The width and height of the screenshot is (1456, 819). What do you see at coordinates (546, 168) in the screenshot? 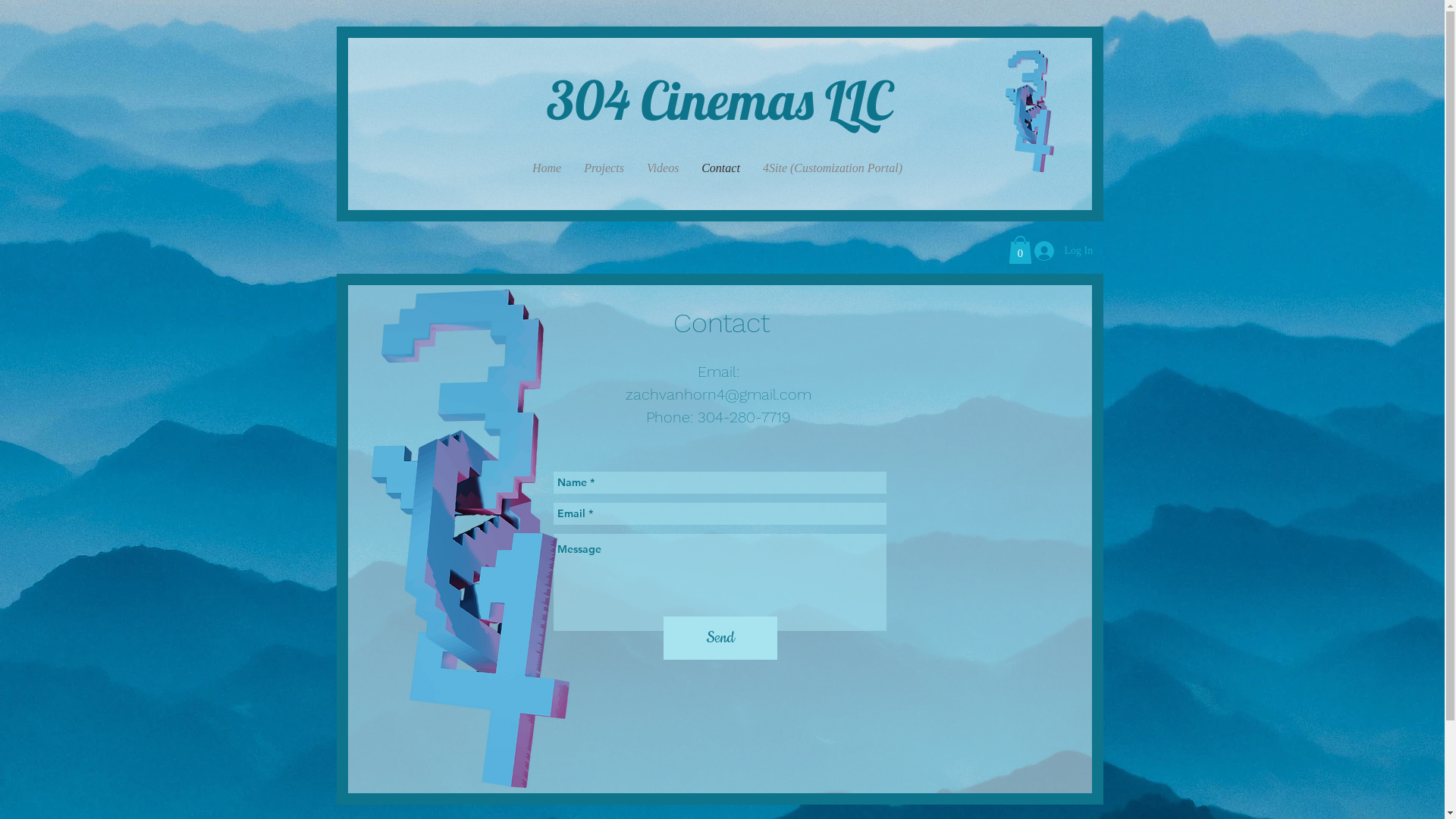
I see `'Home'` at bounding box center [546, 168].